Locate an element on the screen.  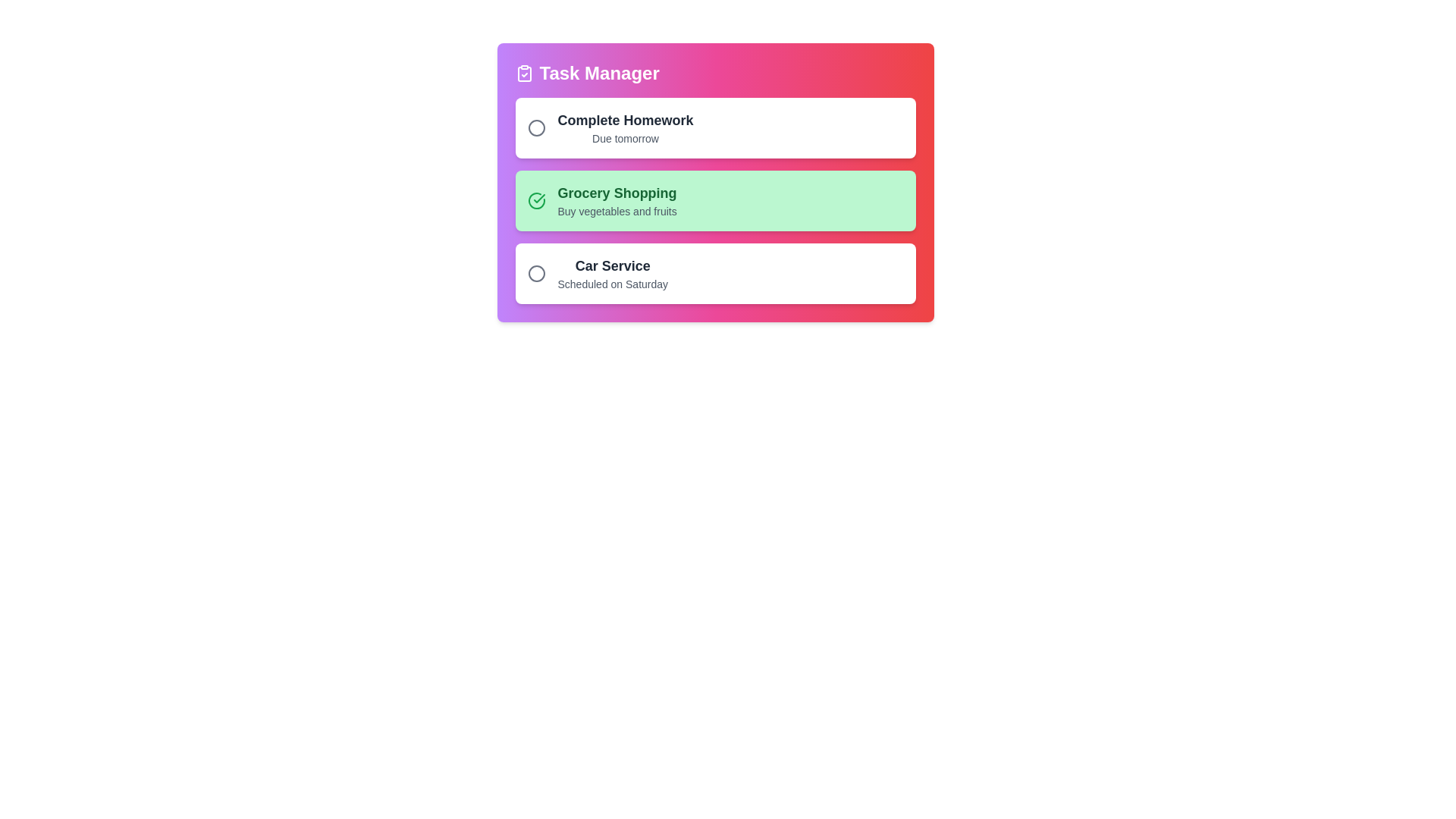
the circle next to the task titled 'Grocery Shopping' to mark it as completed is located at coordinates (536, 200).